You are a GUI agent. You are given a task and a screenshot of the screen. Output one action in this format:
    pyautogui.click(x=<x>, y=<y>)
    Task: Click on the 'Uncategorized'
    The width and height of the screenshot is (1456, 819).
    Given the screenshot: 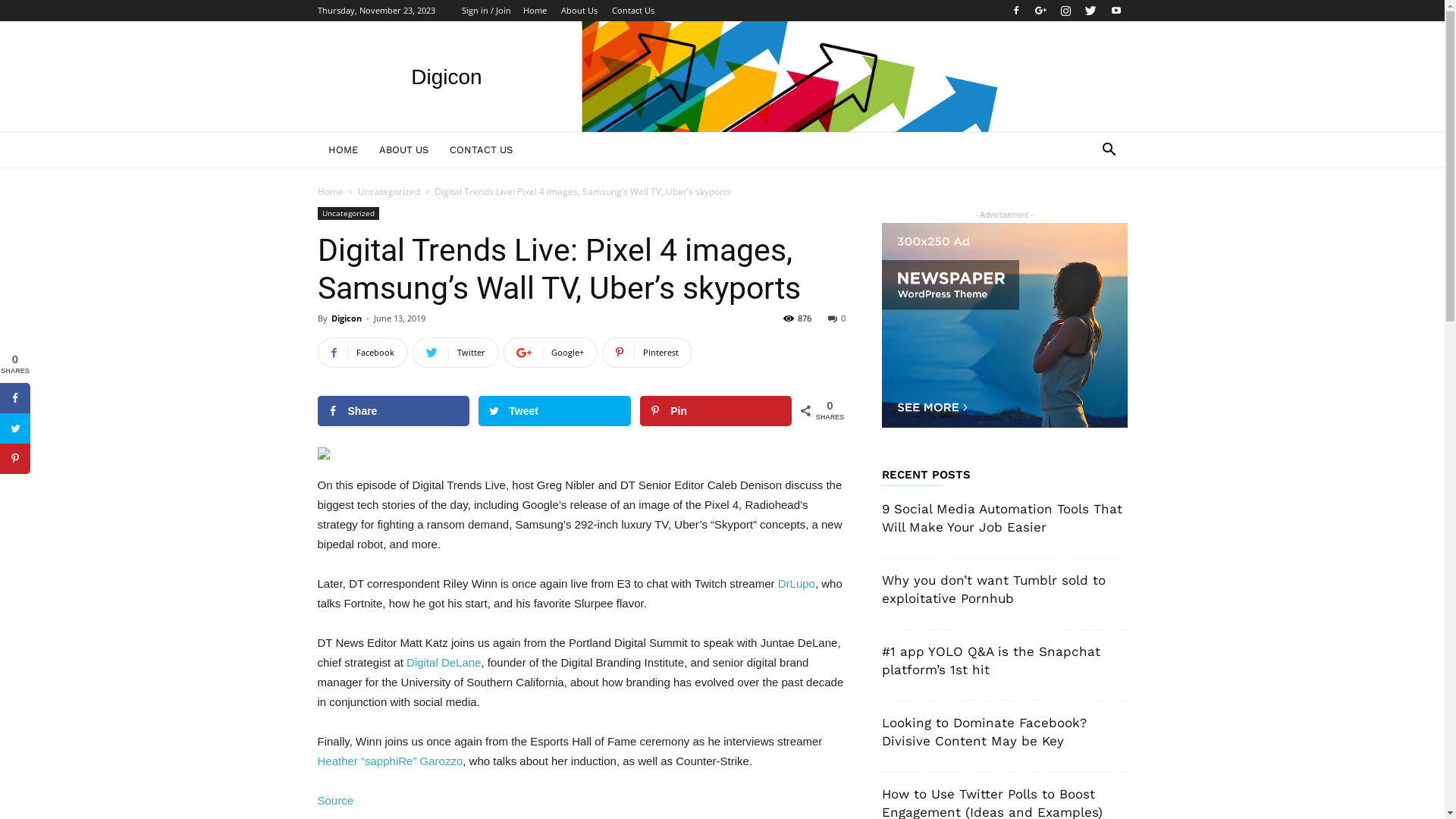 What is the action you would take?
    pyautogui.click(x=347, y=213)
    